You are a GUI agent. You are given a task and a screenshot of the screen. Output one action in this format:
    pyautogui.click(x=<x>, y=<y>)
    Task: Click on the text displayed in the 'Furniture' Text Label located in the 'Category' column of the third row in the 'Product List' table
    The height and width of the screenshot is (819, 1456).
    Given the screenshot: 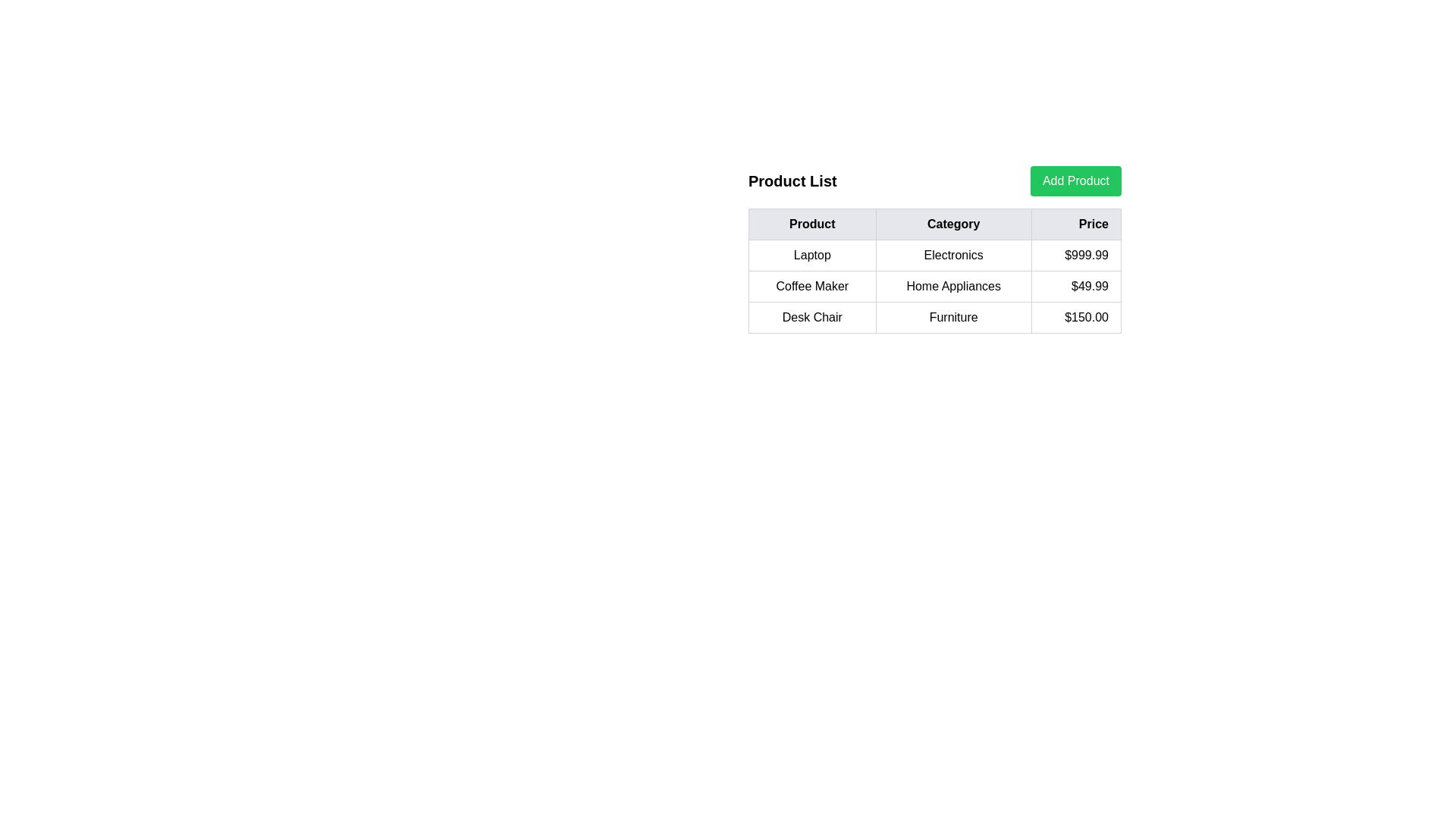 What is the action you would take?
    pyautogui.click(x=952, y=317)
    